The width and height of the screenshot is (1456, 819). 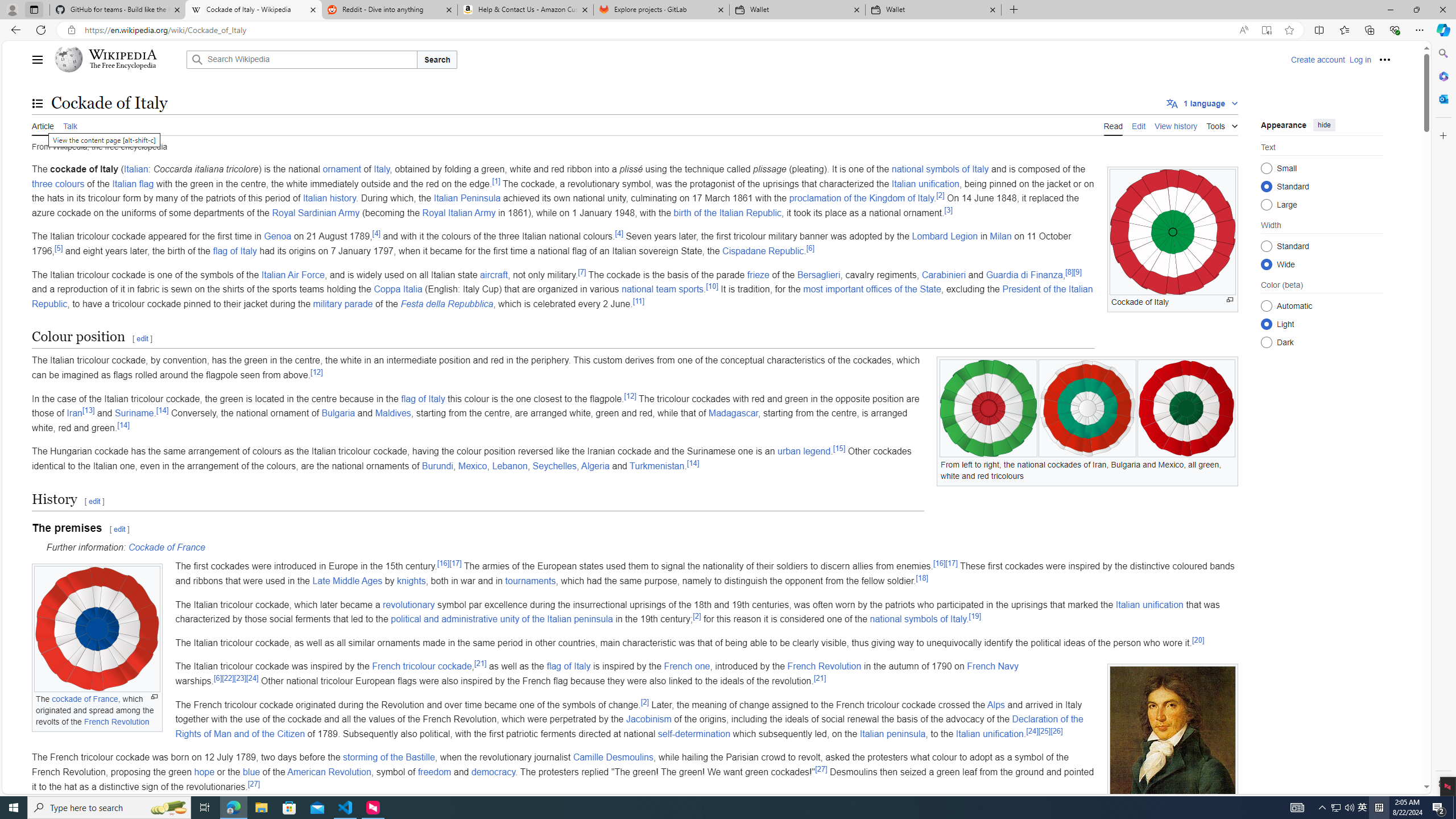 What do you see at coordinates (42, 125) in the screenshot?
I see `'Article'` at bounding box center [42, 125].